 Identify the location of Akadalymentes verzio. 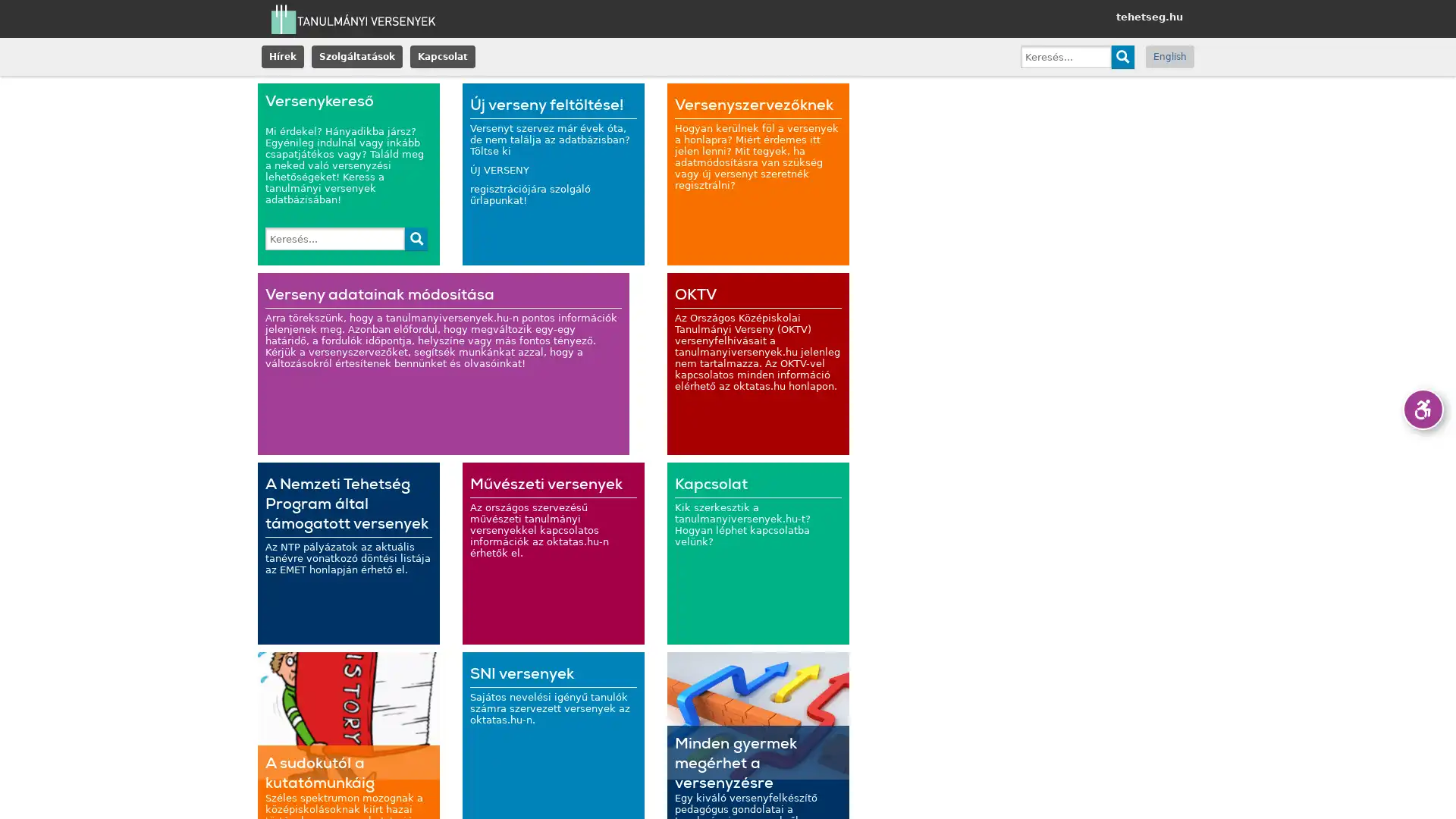
(1422, 409).